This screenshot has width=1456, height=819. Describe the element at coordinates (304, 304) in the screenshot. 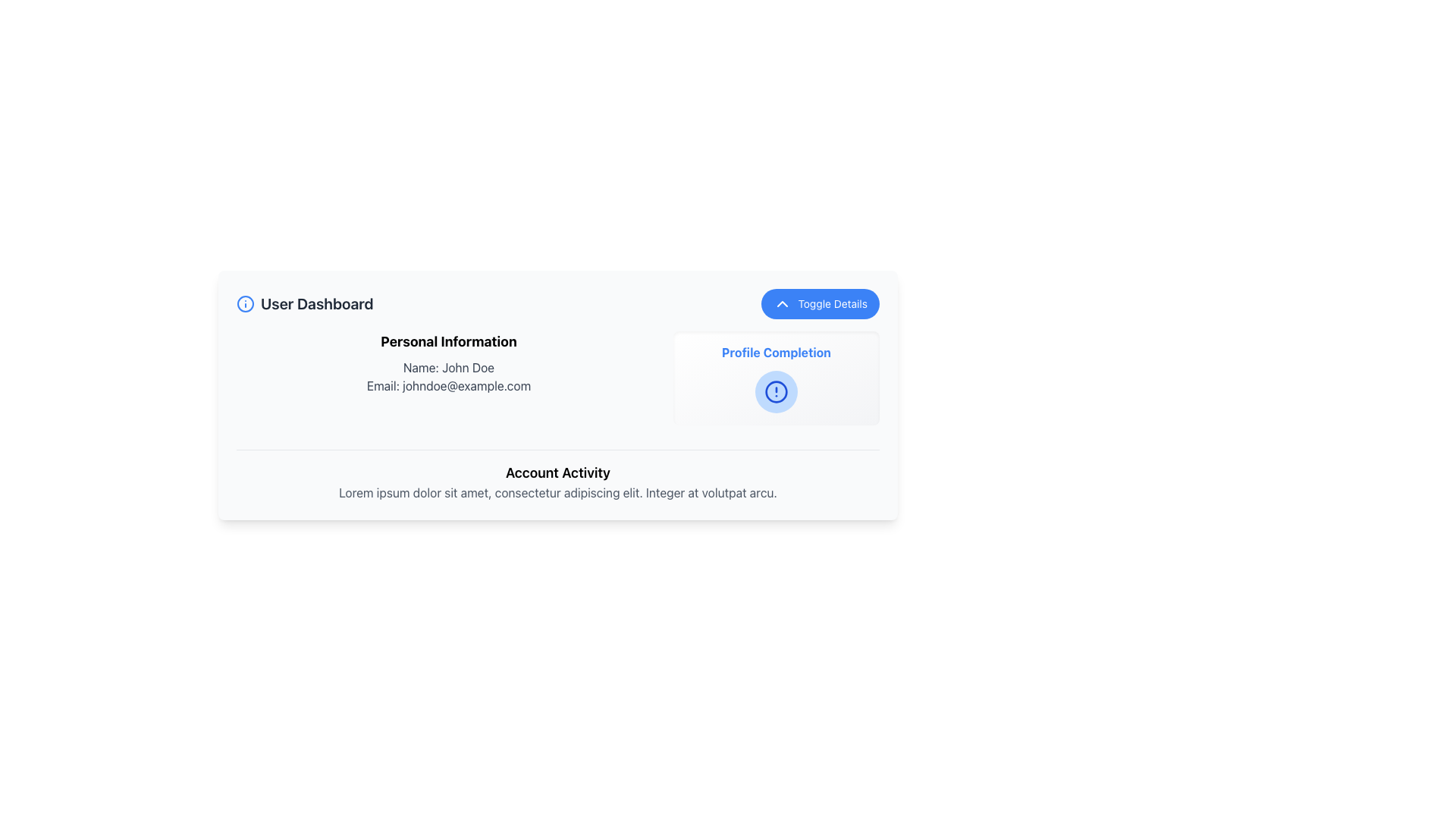

I see `text label that serves as the header for the dashboard section, located at the top-left corner of the interface` at that location.